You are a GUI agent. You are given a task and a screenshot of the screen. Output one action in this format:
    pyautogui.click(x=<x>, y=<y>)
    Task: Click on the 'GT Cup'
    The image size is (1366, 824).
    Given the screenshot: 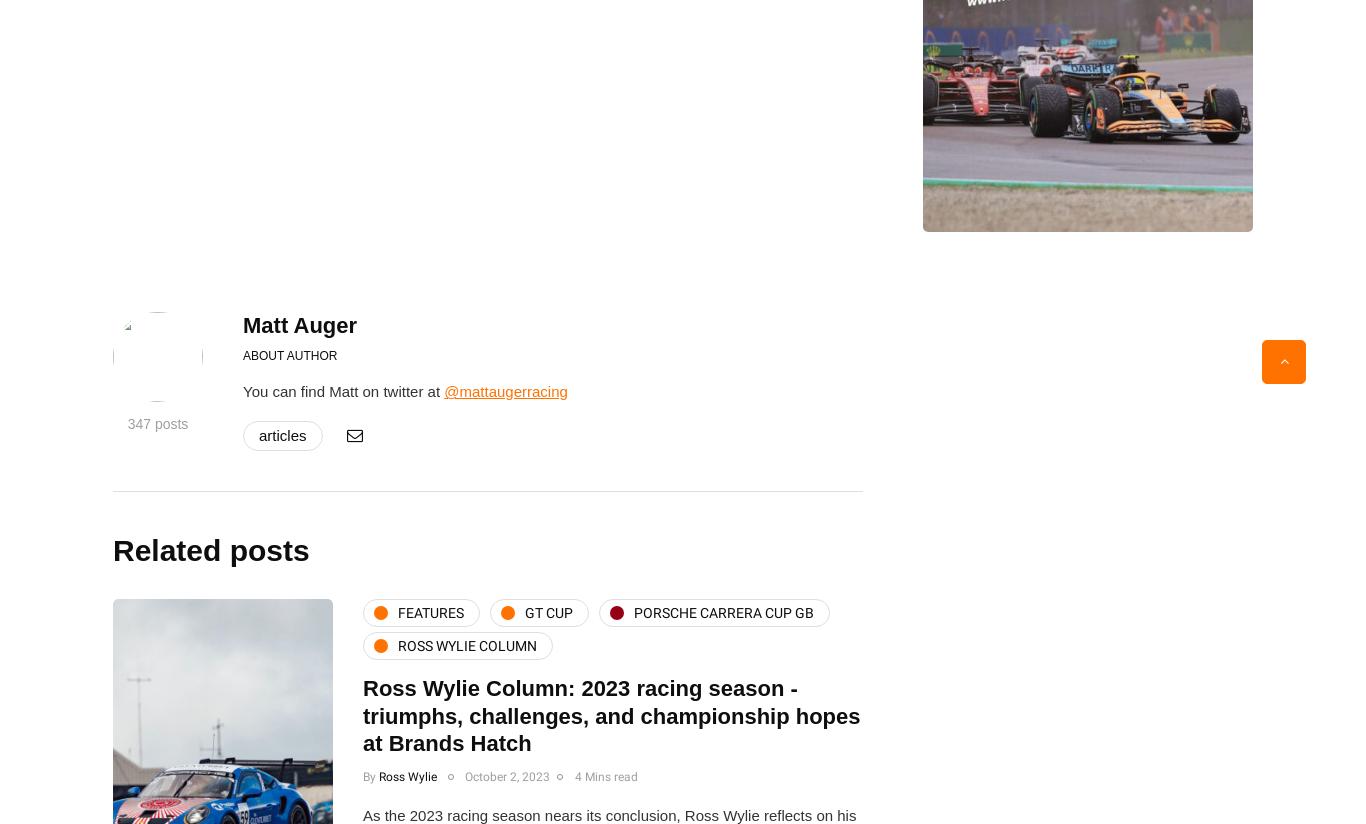 What is the action you would take?
    pyautogui.click(x=548, y=611)
    